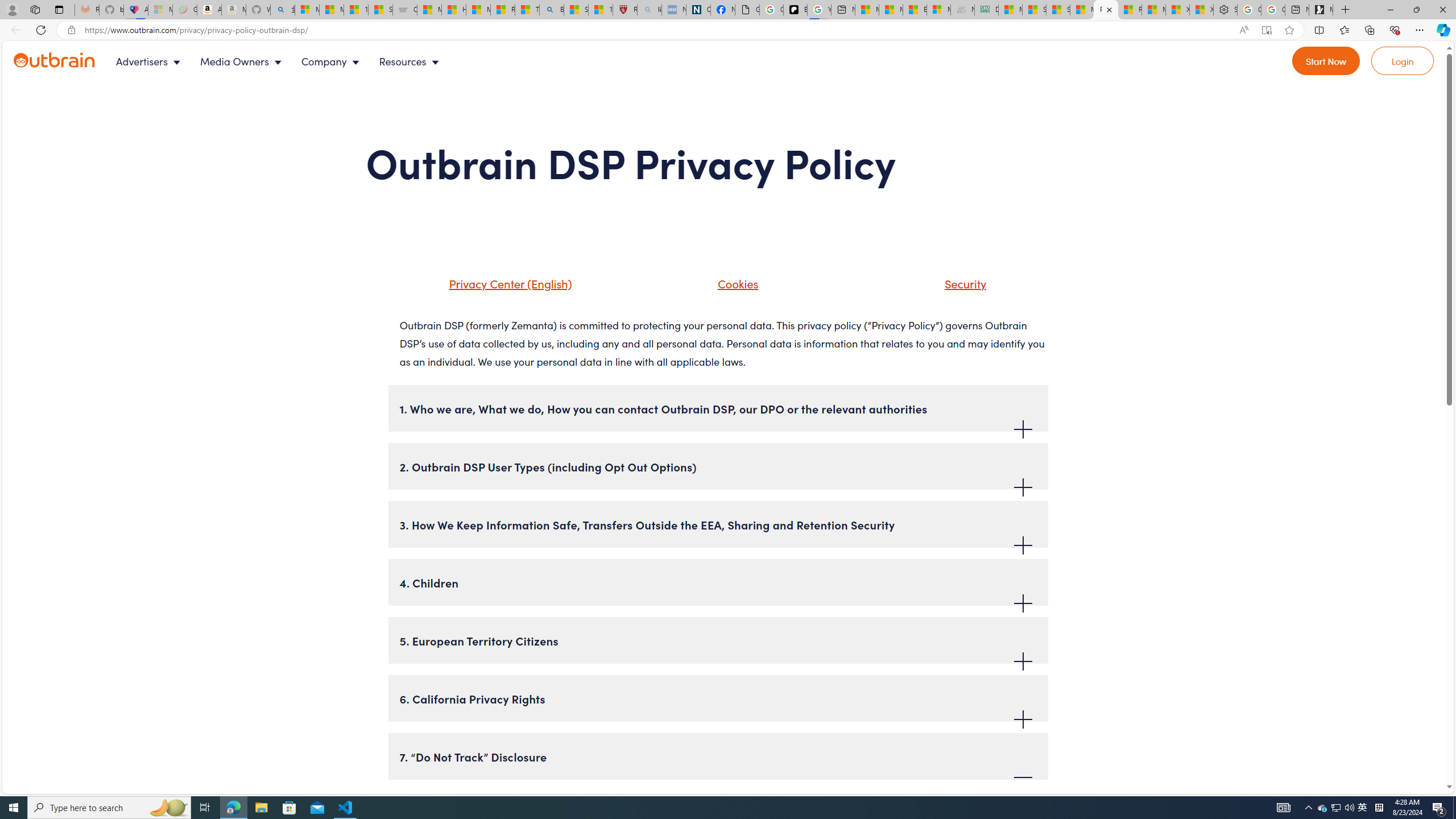  What do you see at coordinates (35, 46) in the screenshot?
I see `'Skip navigation to go to main content'` at bounding box center [35, 46].